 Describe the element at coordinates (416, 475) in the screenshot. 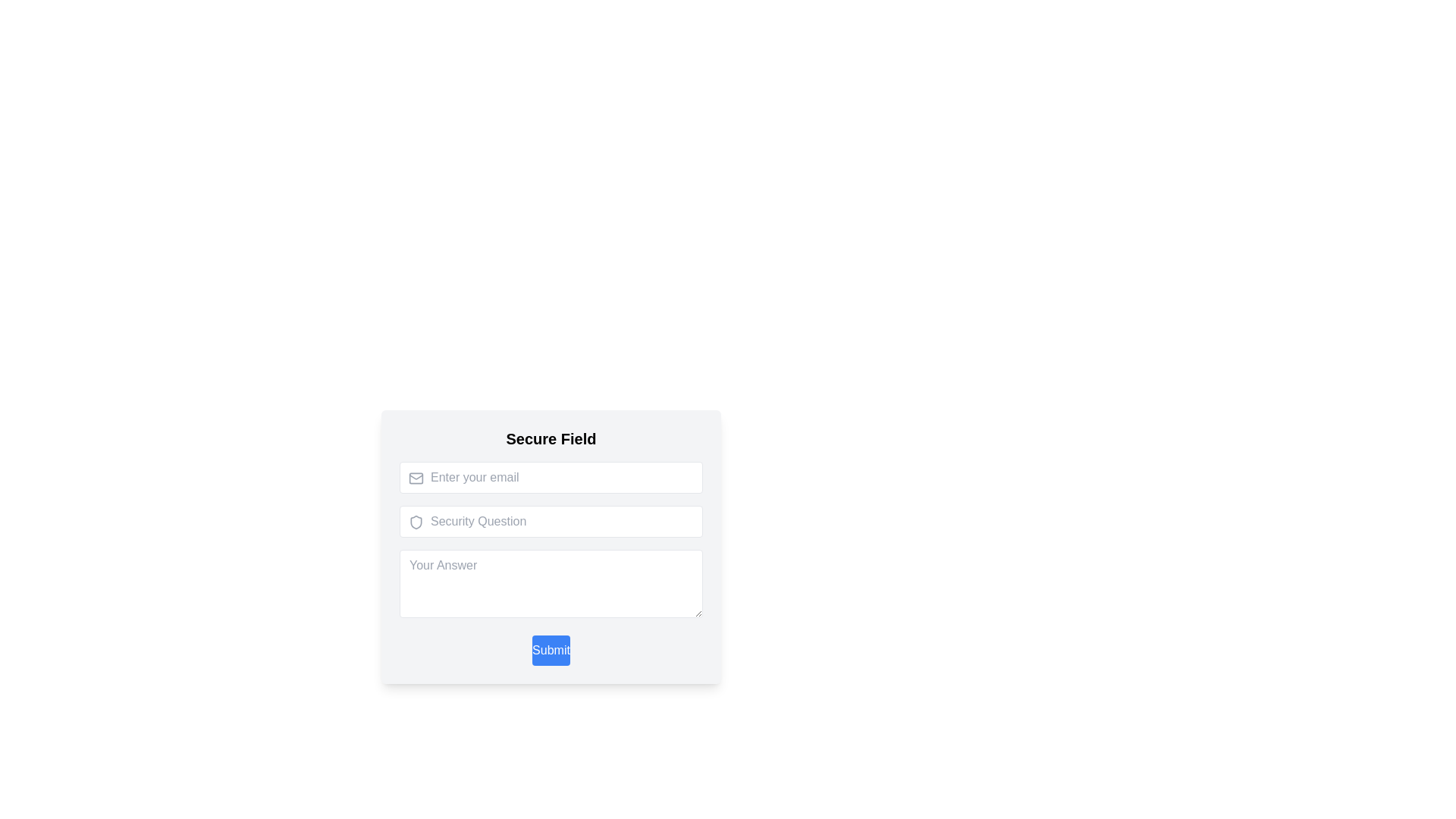

I see `the envelope icon within the SVG graphics element, which is located to the left side of the 'Enter your email' input field in the 'Secure Field' form` at that location.